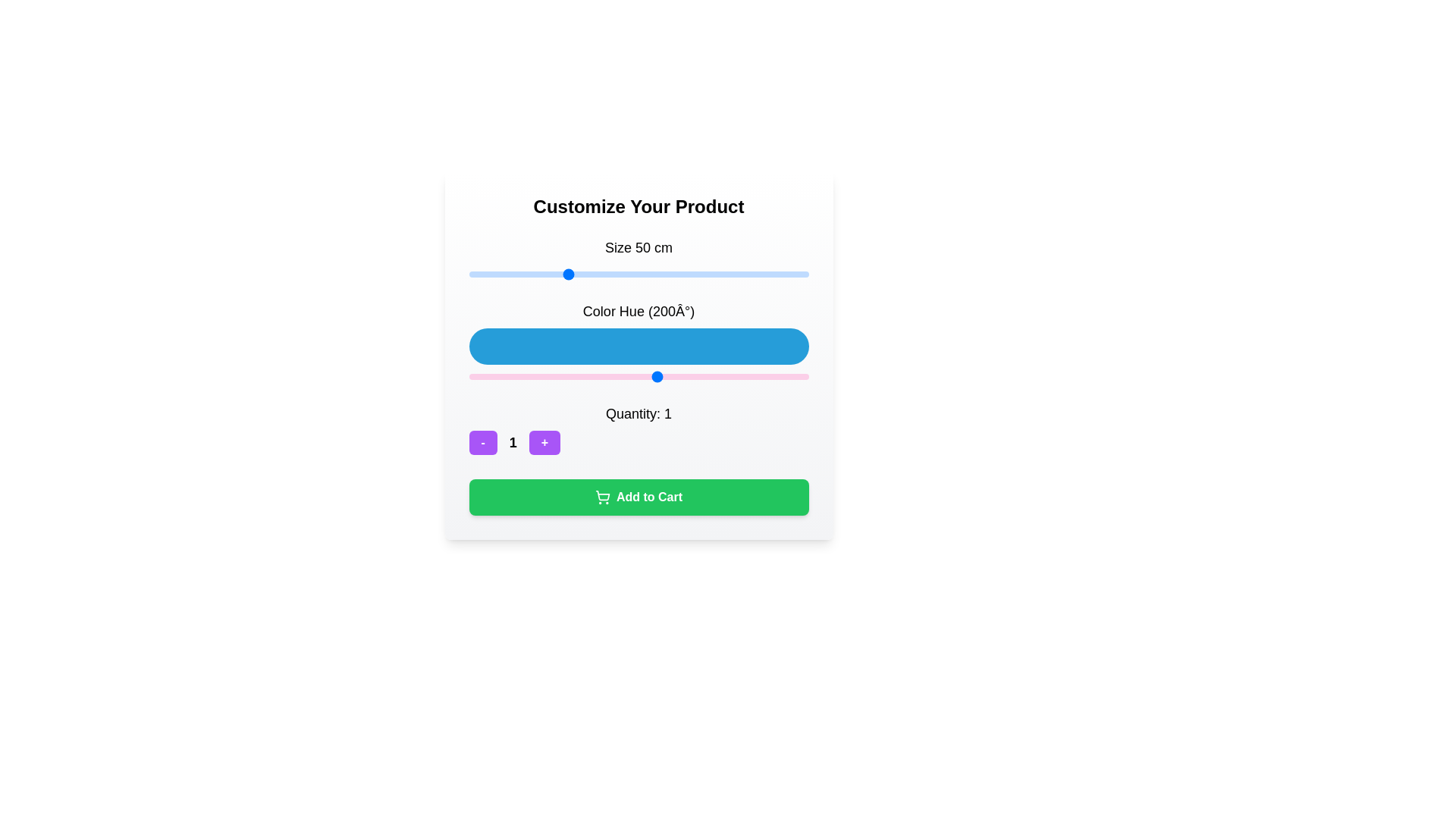 This screenshot has height=819, width=1456. I want to click on the size, so click(686, 275).